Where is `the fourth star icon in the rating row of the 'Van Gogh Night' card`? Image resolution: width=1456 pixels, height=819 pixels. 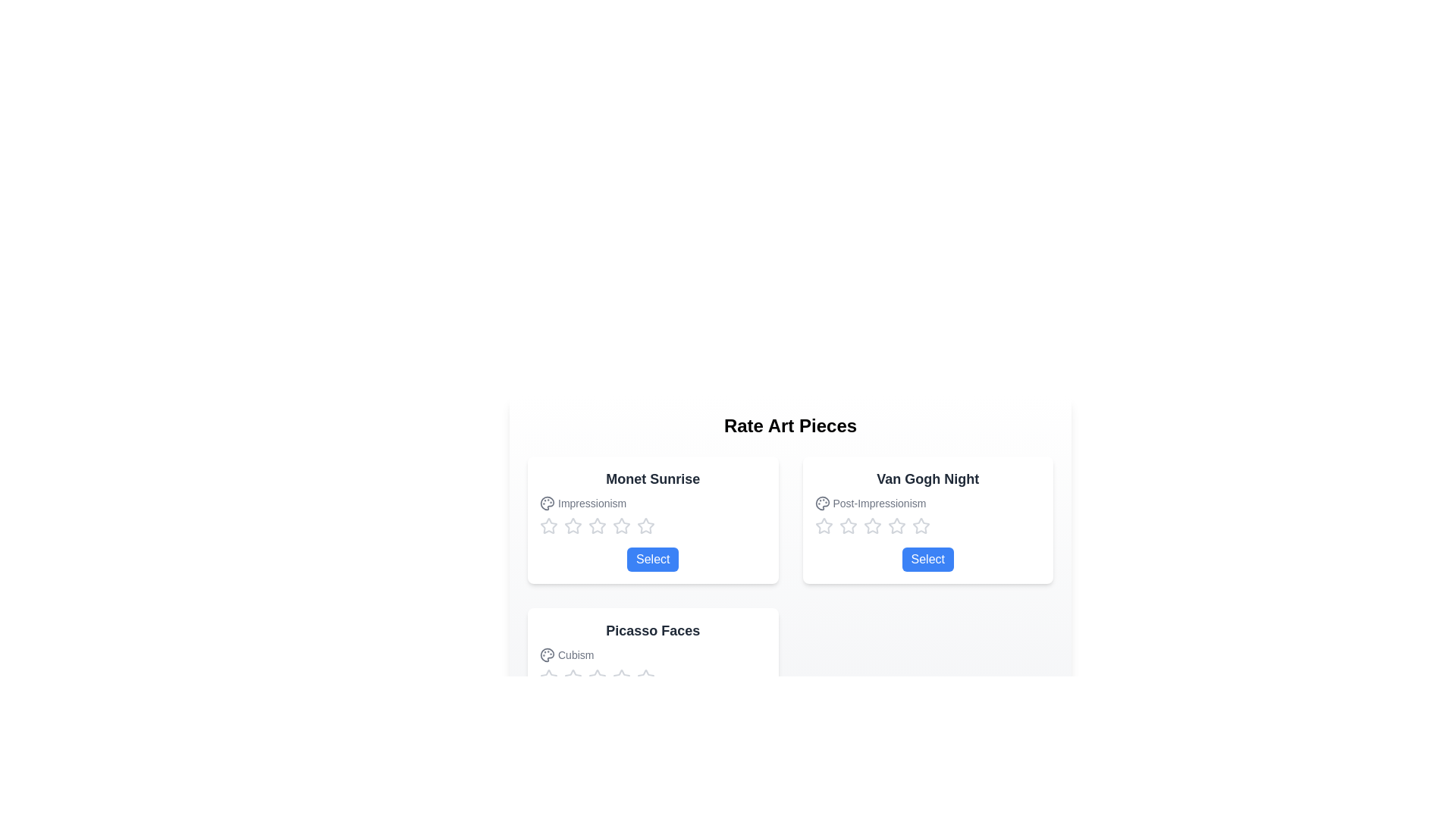
the fourth star icon in the rating row of the 'Van Gogh Night' card is located at coordinates (872, 526).